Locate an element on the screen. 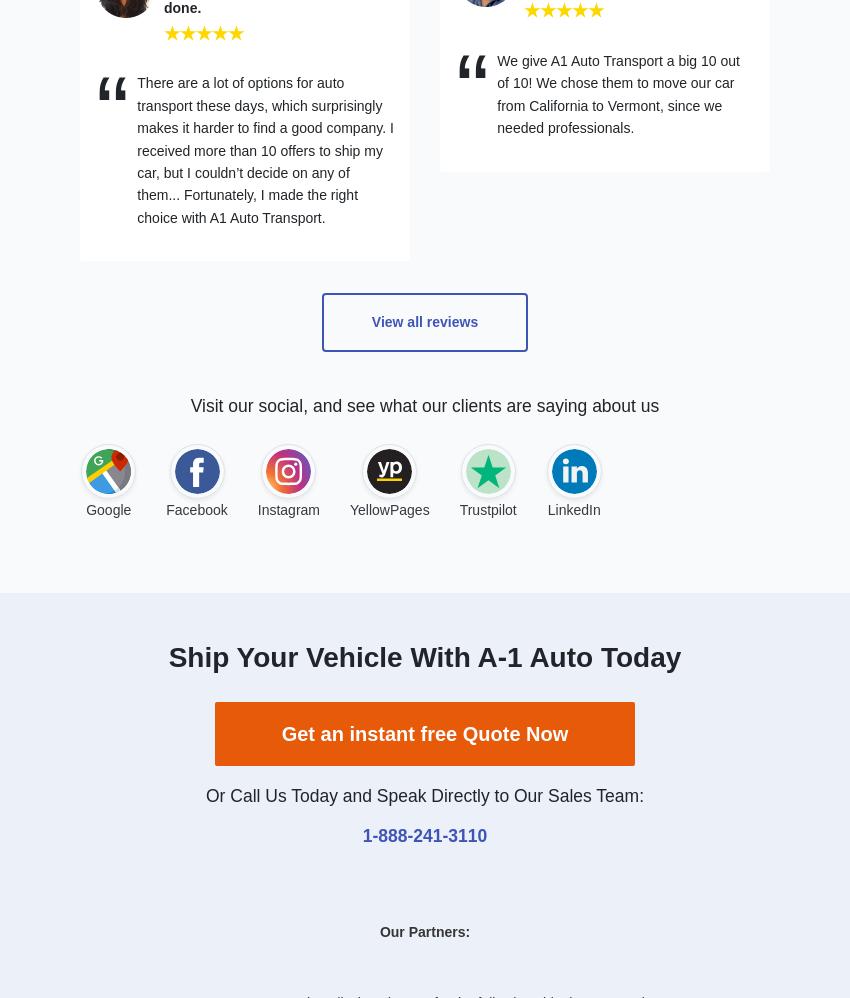 This screenshot has height=998, width=850. 'Facebook' is located at coordinates (195, 508).